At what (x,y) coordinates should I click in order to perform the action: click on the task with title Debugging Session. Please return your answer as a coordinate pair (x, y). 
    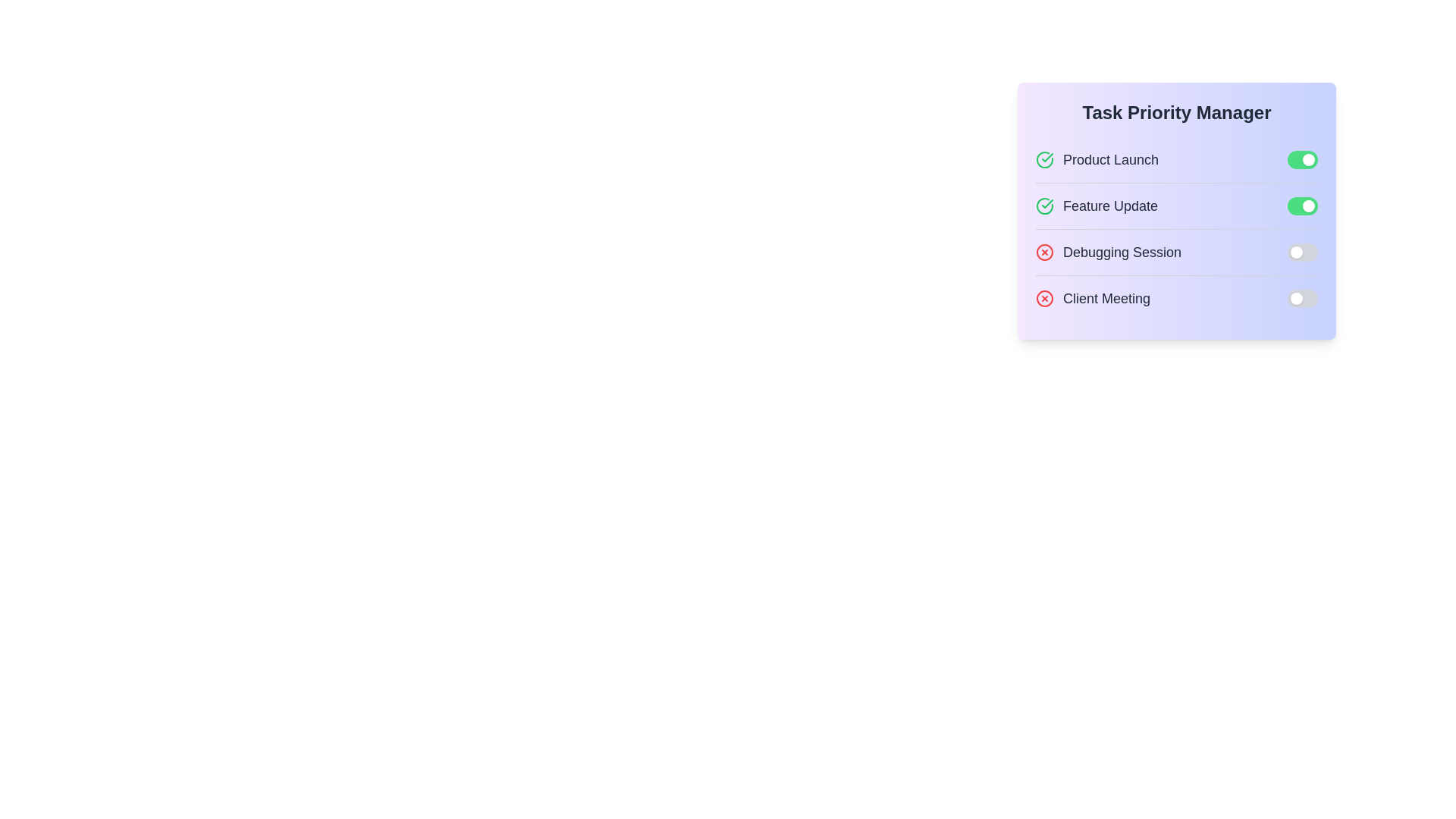
    Looking at the image, I should click on (1109, 251).